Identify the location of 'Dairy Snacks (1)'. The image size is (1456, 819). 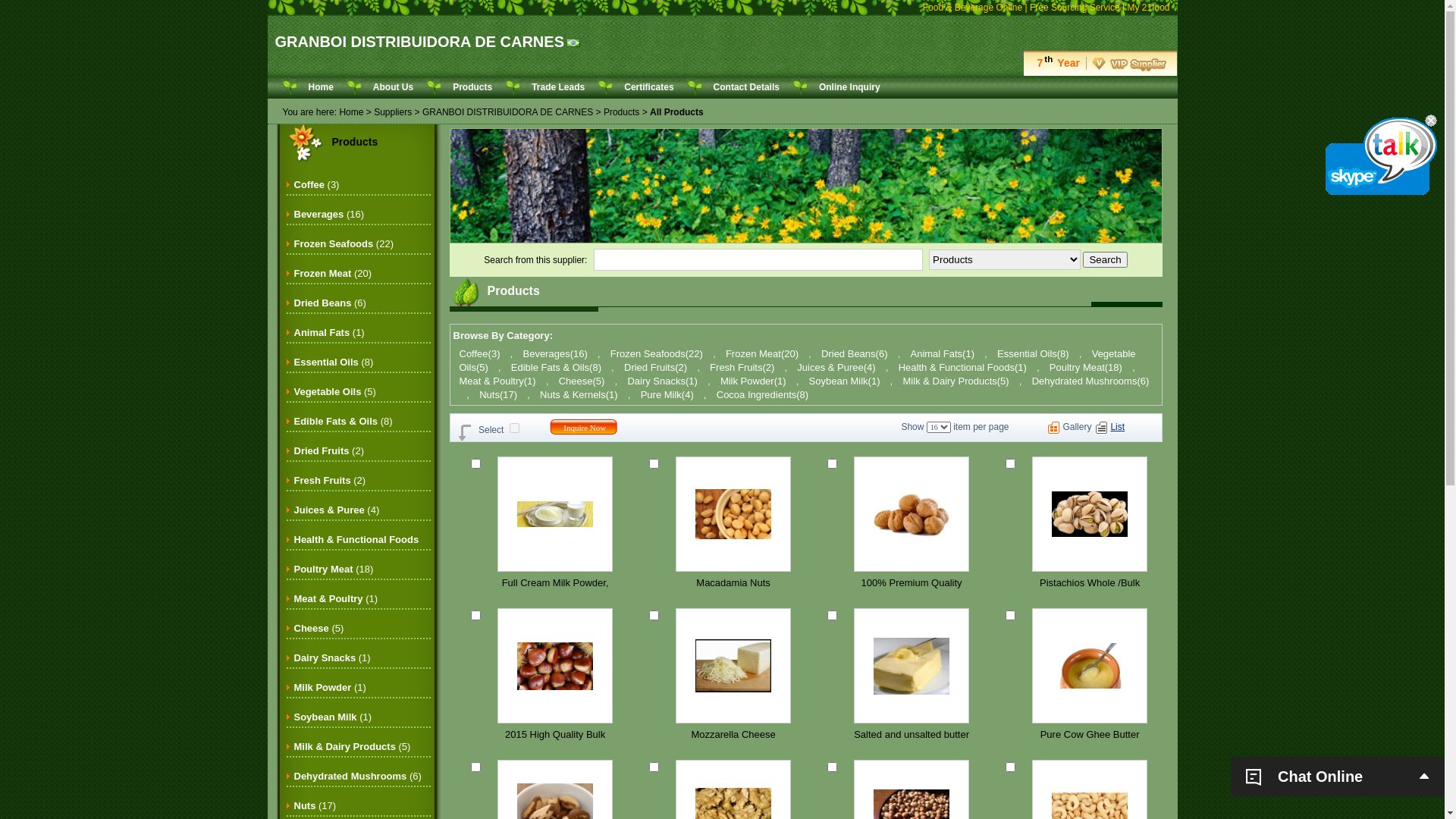
(331, 657).